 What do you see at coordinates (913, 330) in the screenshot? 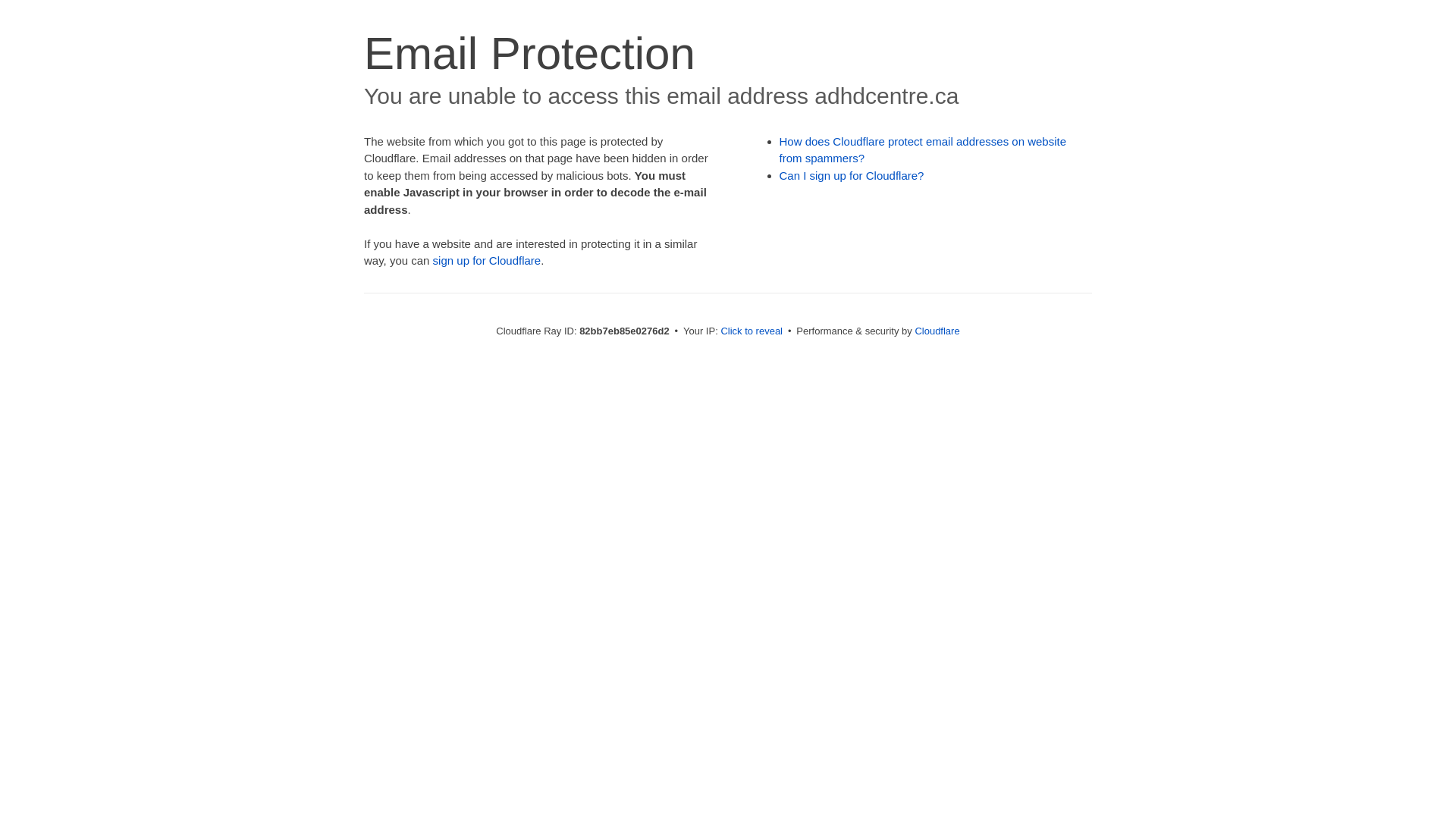
I see `'Cloudflare'` at bounding box center [913, 330].